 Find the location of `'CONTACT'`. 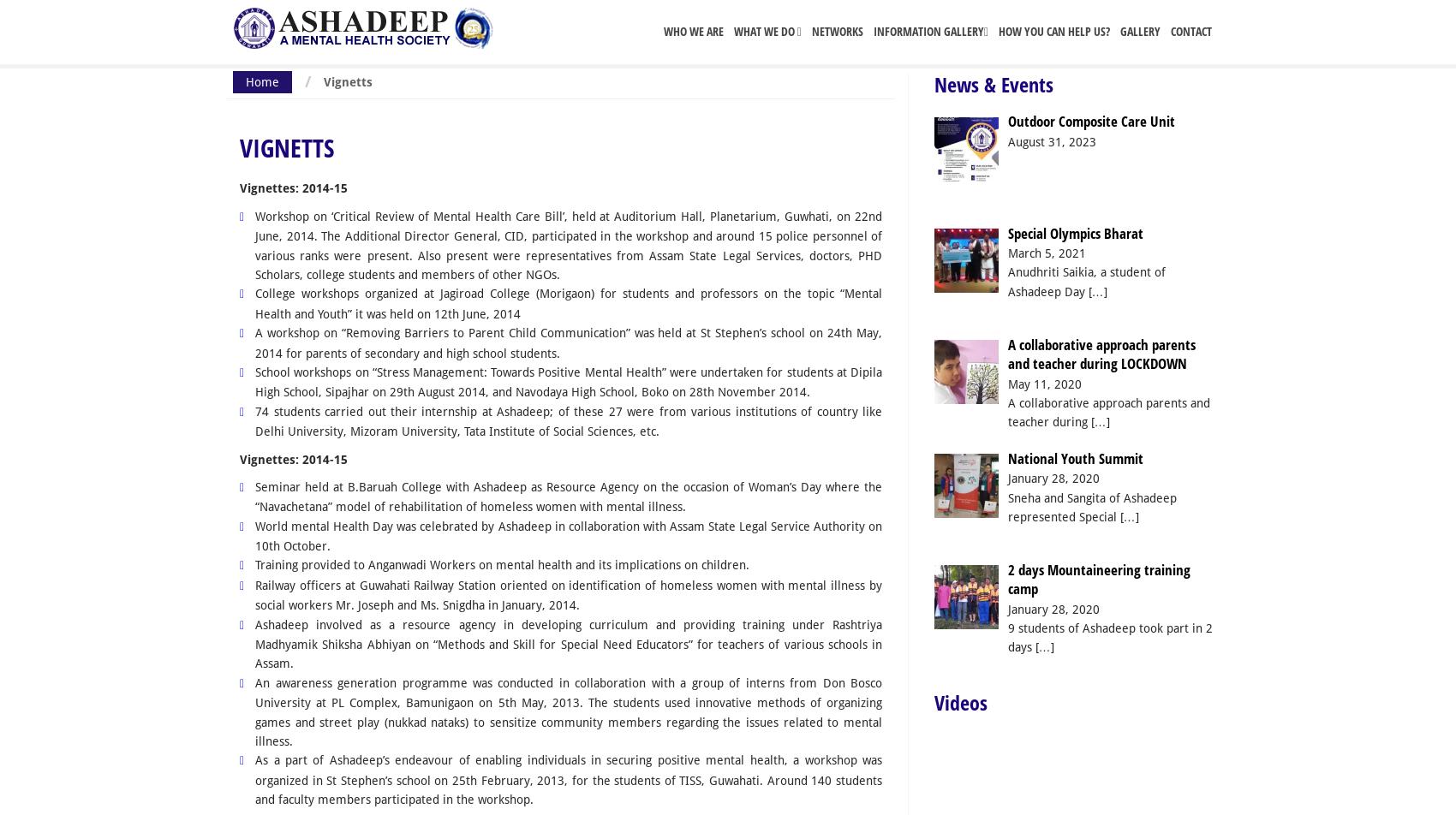

'CONTACT' is located at coordinates (1190, 31).